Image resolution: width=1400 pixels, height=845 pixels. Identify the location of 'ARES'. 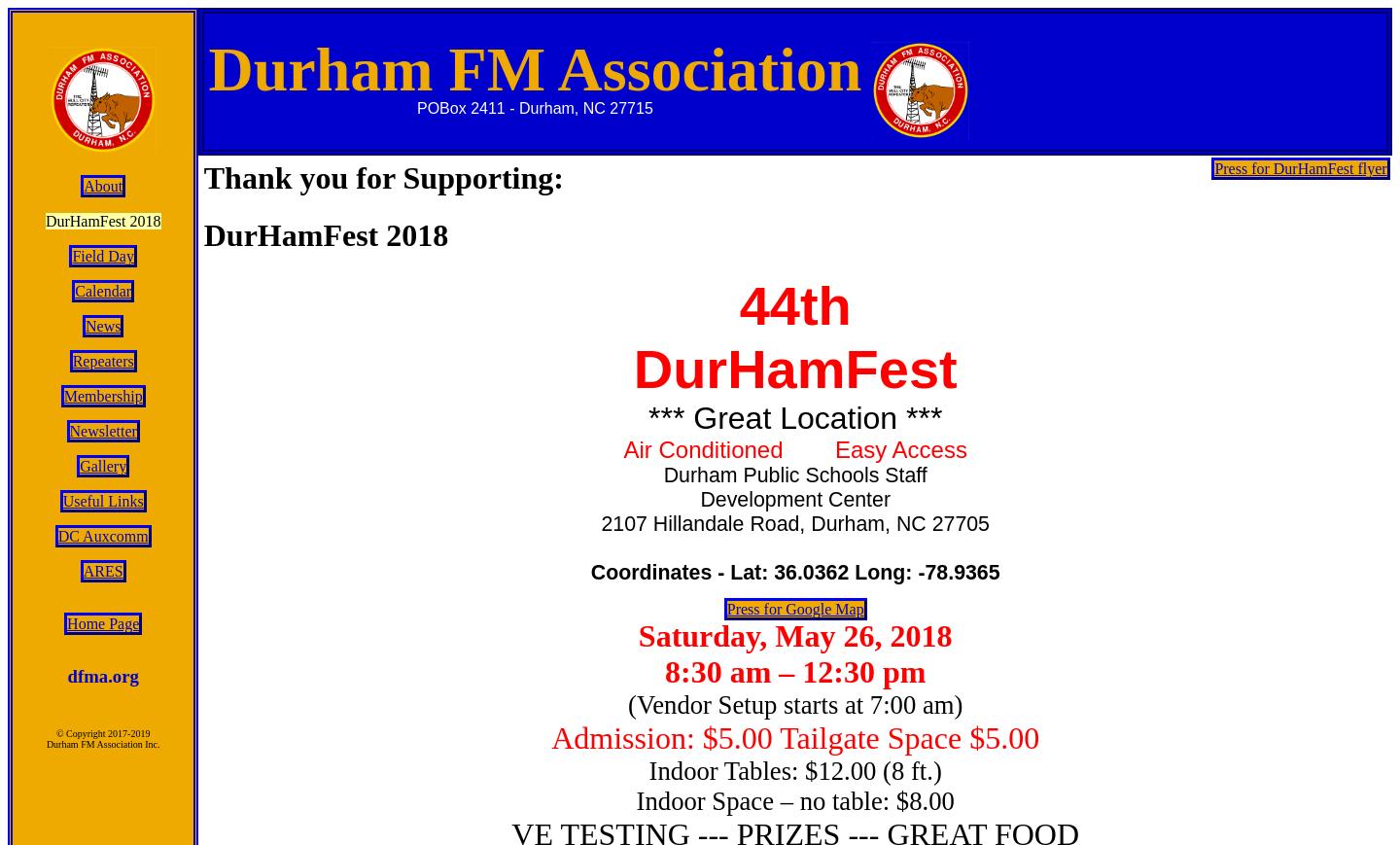
(82, 571).